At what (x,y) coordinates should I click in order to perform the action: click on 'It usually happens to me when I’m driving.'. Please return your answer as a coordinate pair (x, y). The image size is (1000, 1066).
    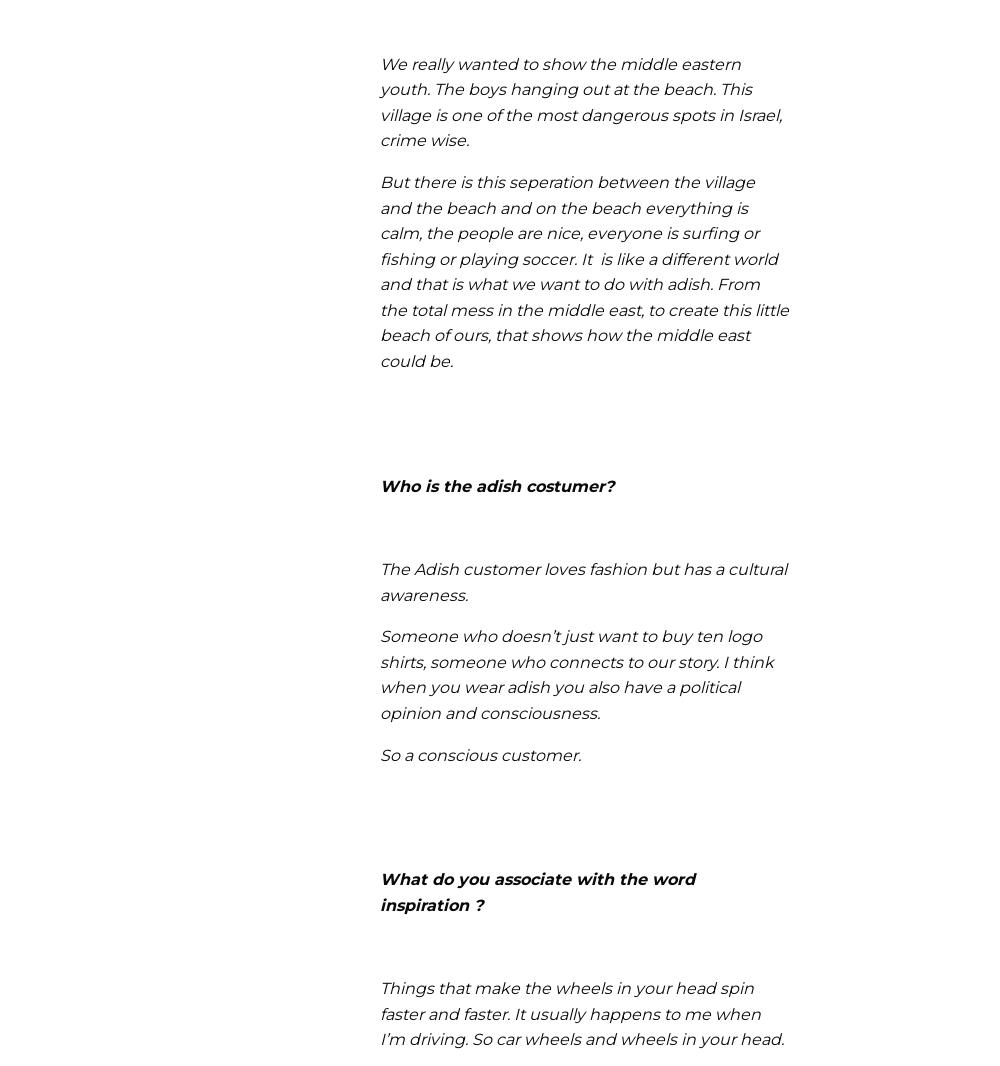
    Looking at the image, I should click on (380, 1026).